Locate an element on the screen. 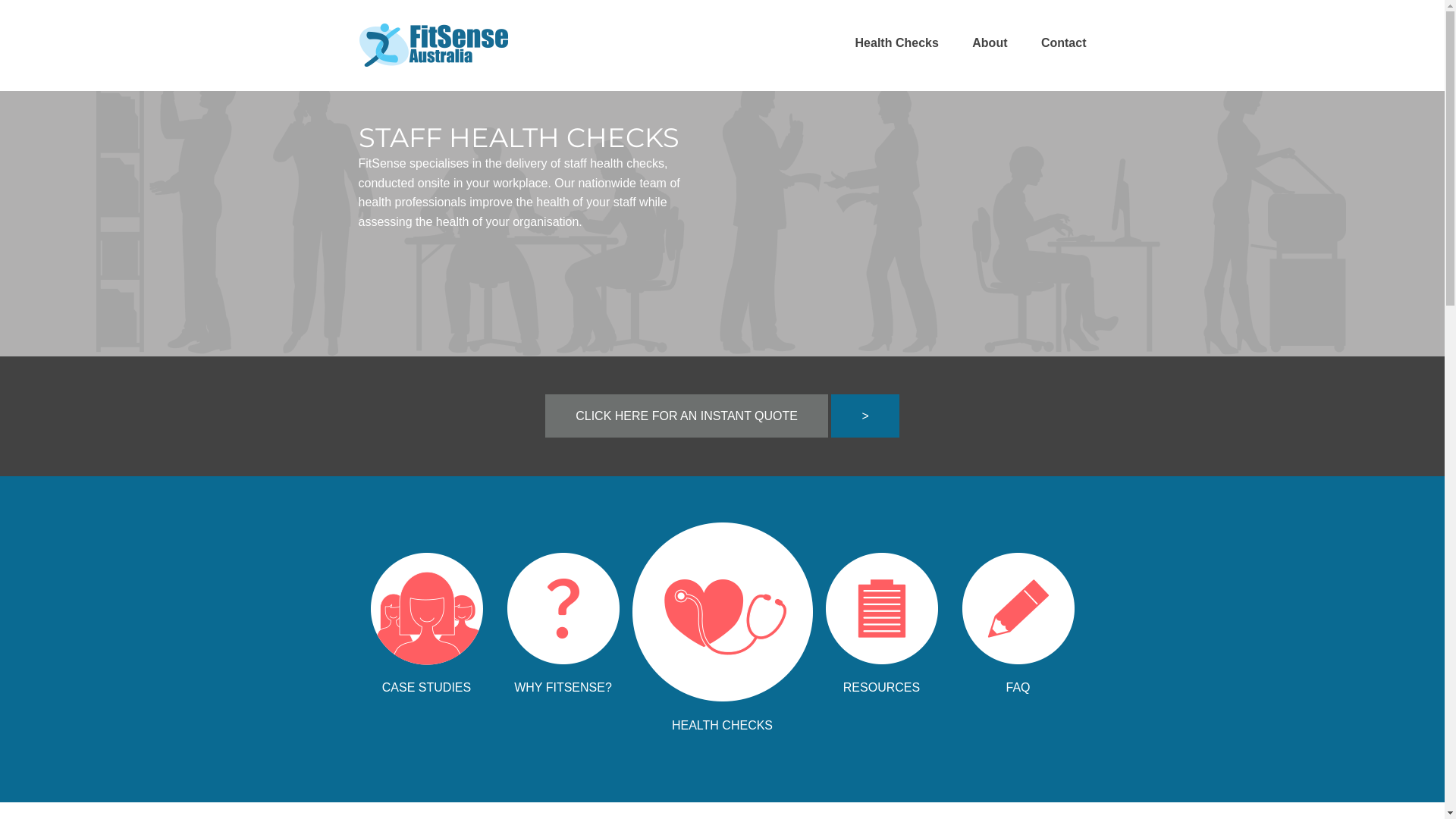  'CLICK HERE FOR AN INSTANT QUOTE' is located at coordinates (686, 416).